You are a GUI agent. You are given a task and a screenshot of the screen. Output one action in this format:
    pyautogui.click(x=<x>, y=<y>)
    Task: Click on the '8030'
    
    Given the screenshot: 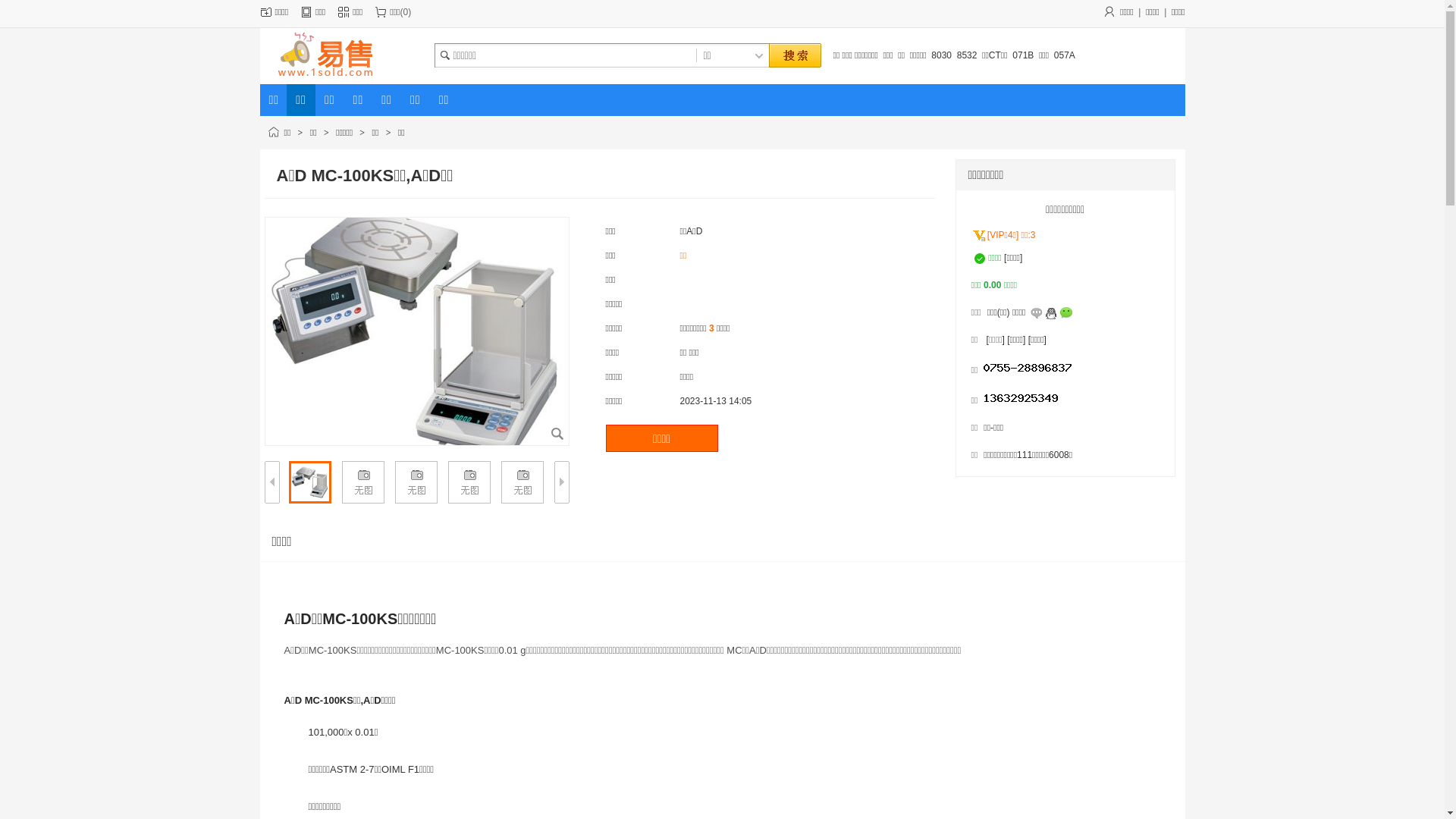 What is the action you would take?
    pyautogui.click(x=940, y=55)
    